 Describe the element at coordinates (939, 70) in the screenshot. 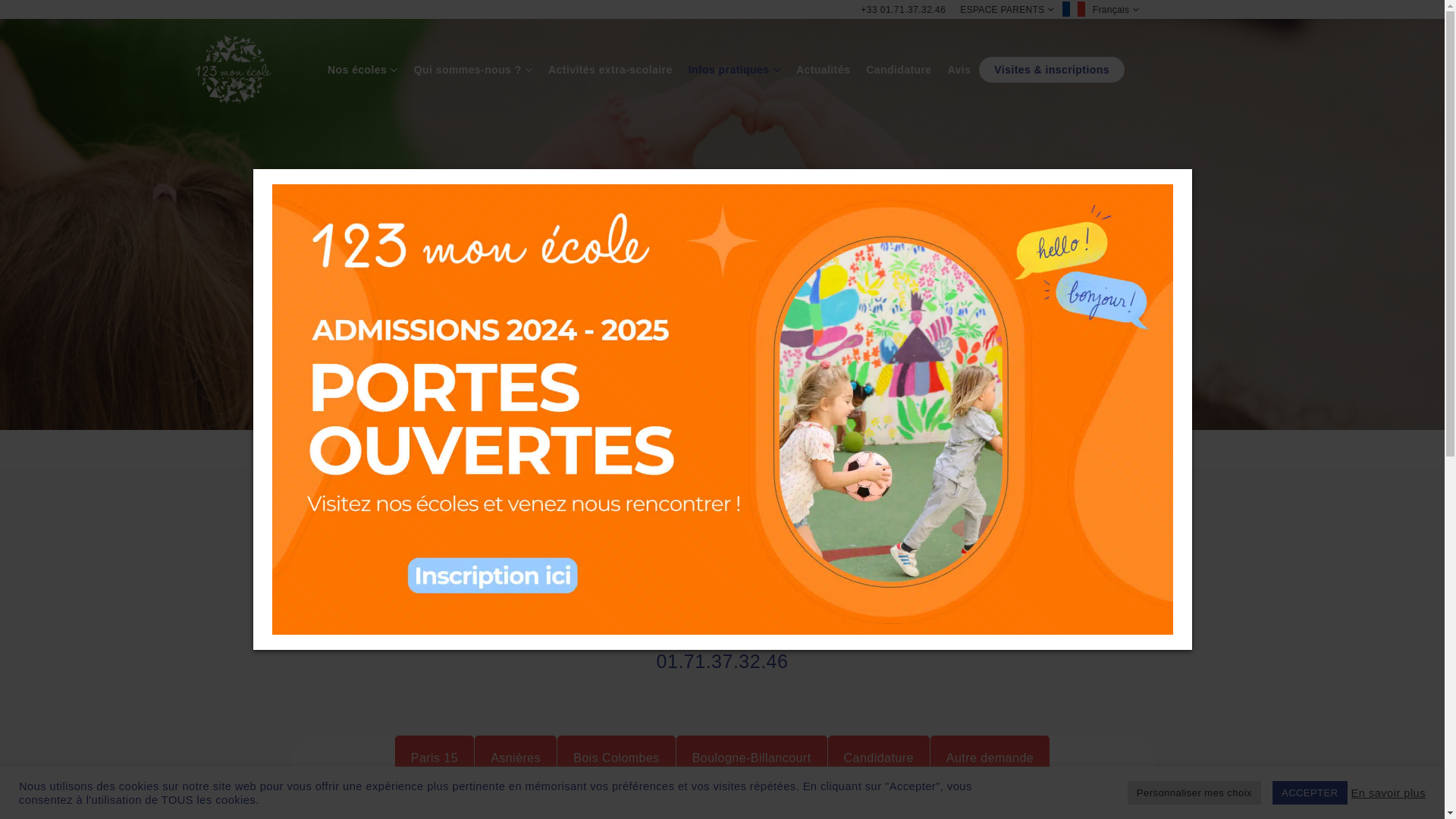

I see `'Avis'` at that location.